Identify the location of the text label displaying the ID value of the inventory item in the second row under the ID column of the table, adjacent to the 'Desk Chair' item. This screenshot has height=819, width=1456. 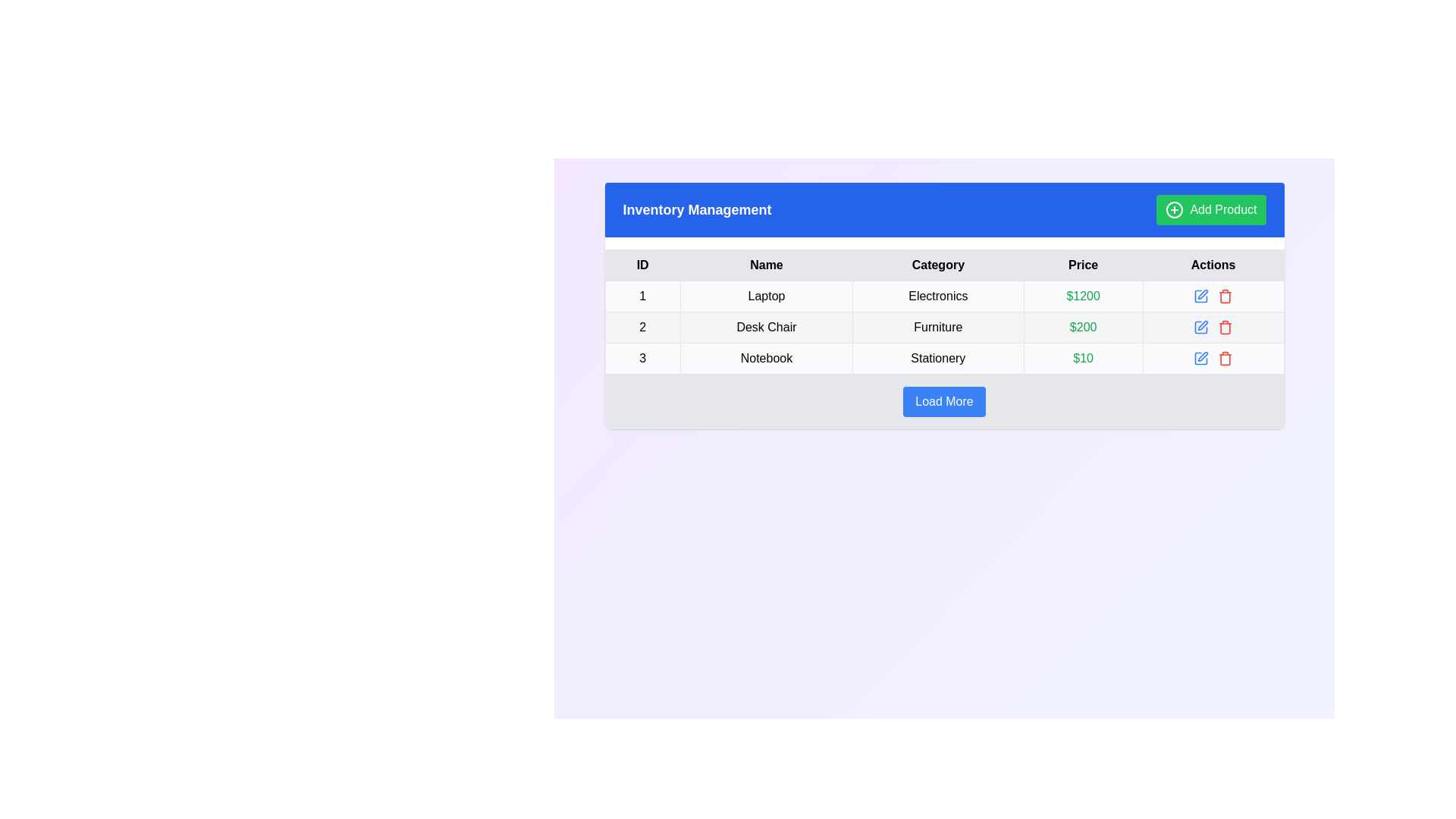
(642, 327).